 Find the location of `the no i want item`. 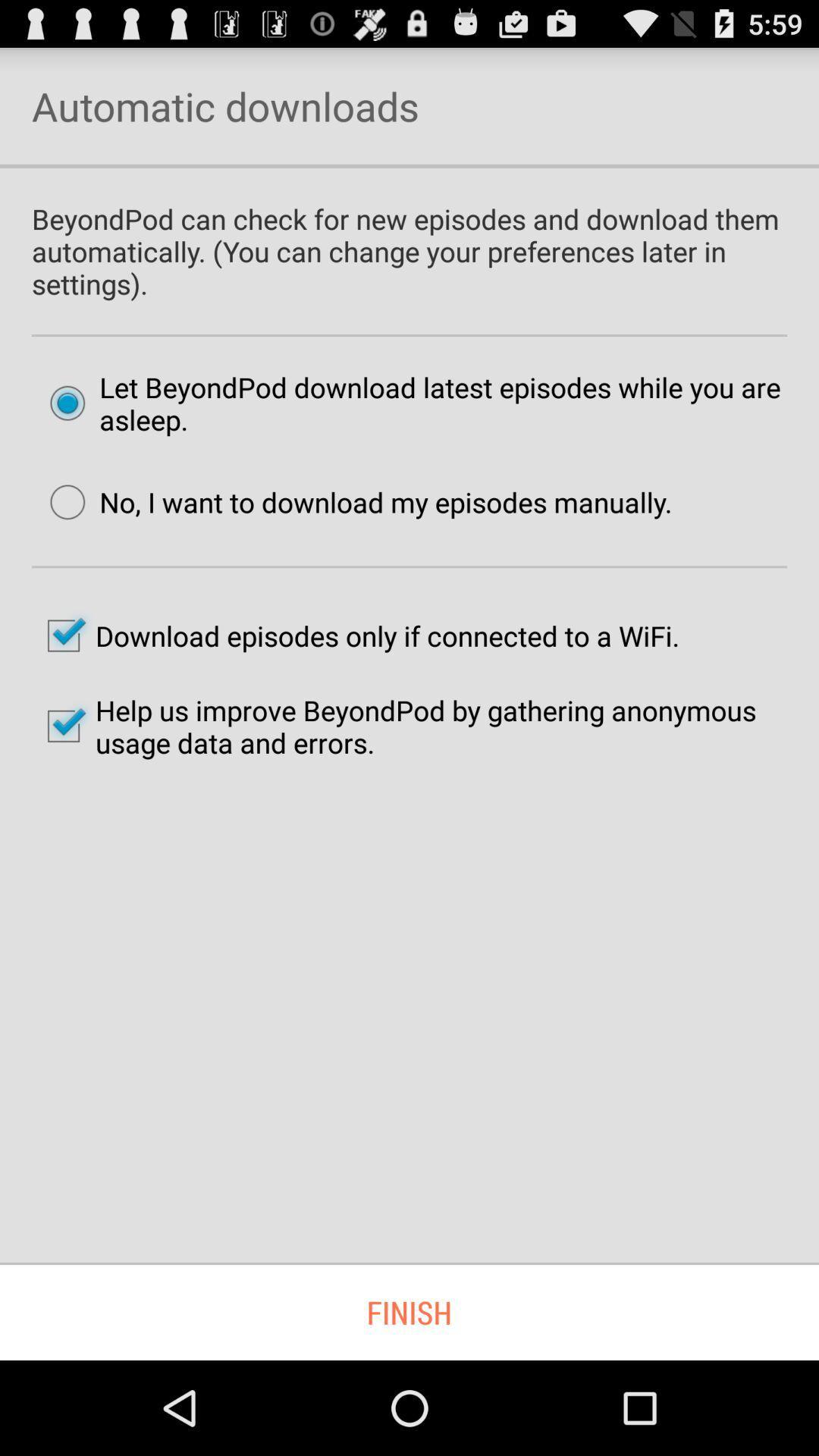

the no i want item is located at coordinates (353, 502).